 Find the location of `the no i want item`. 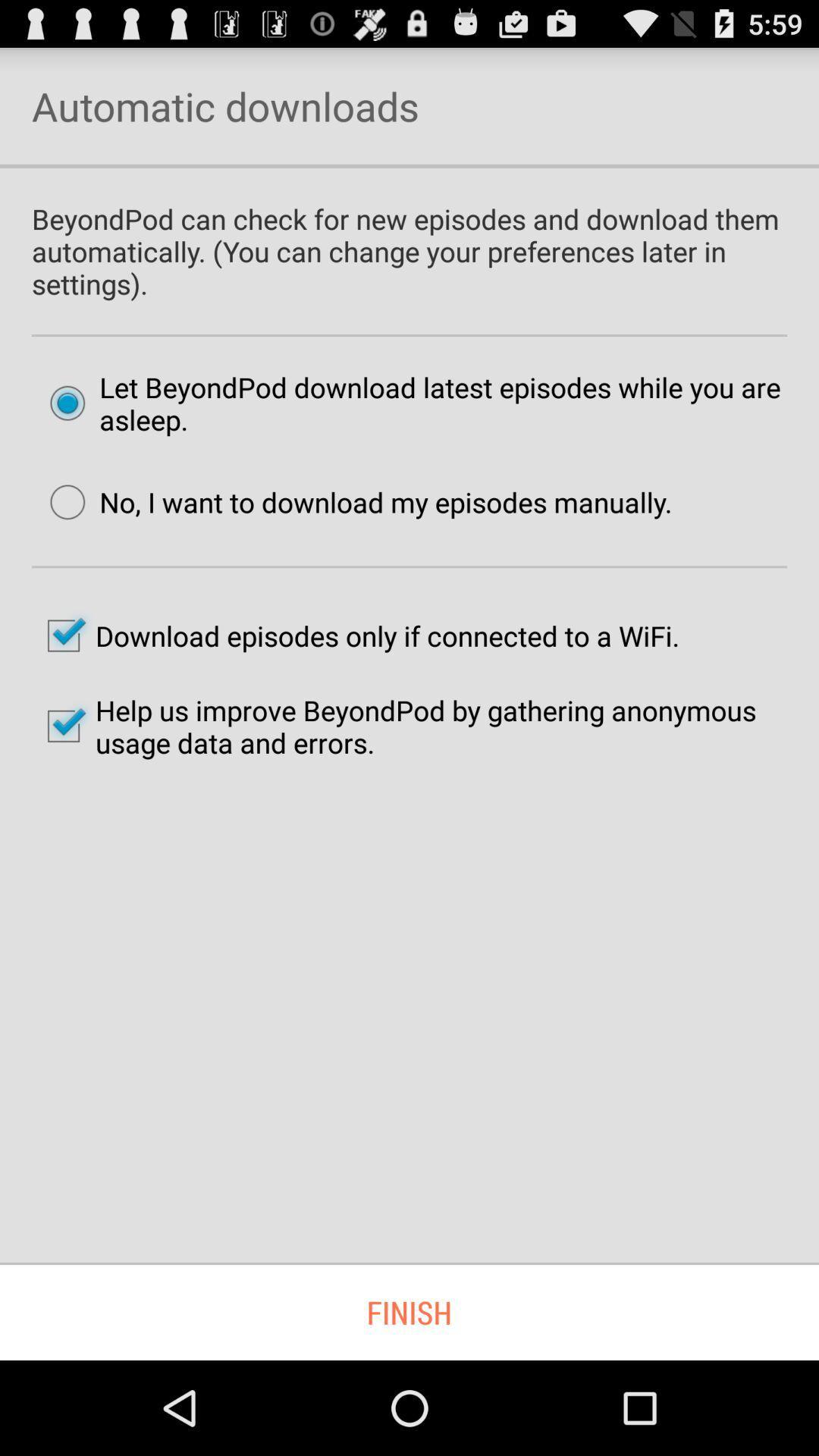

the no i want item is located at coordinates (353, 502).